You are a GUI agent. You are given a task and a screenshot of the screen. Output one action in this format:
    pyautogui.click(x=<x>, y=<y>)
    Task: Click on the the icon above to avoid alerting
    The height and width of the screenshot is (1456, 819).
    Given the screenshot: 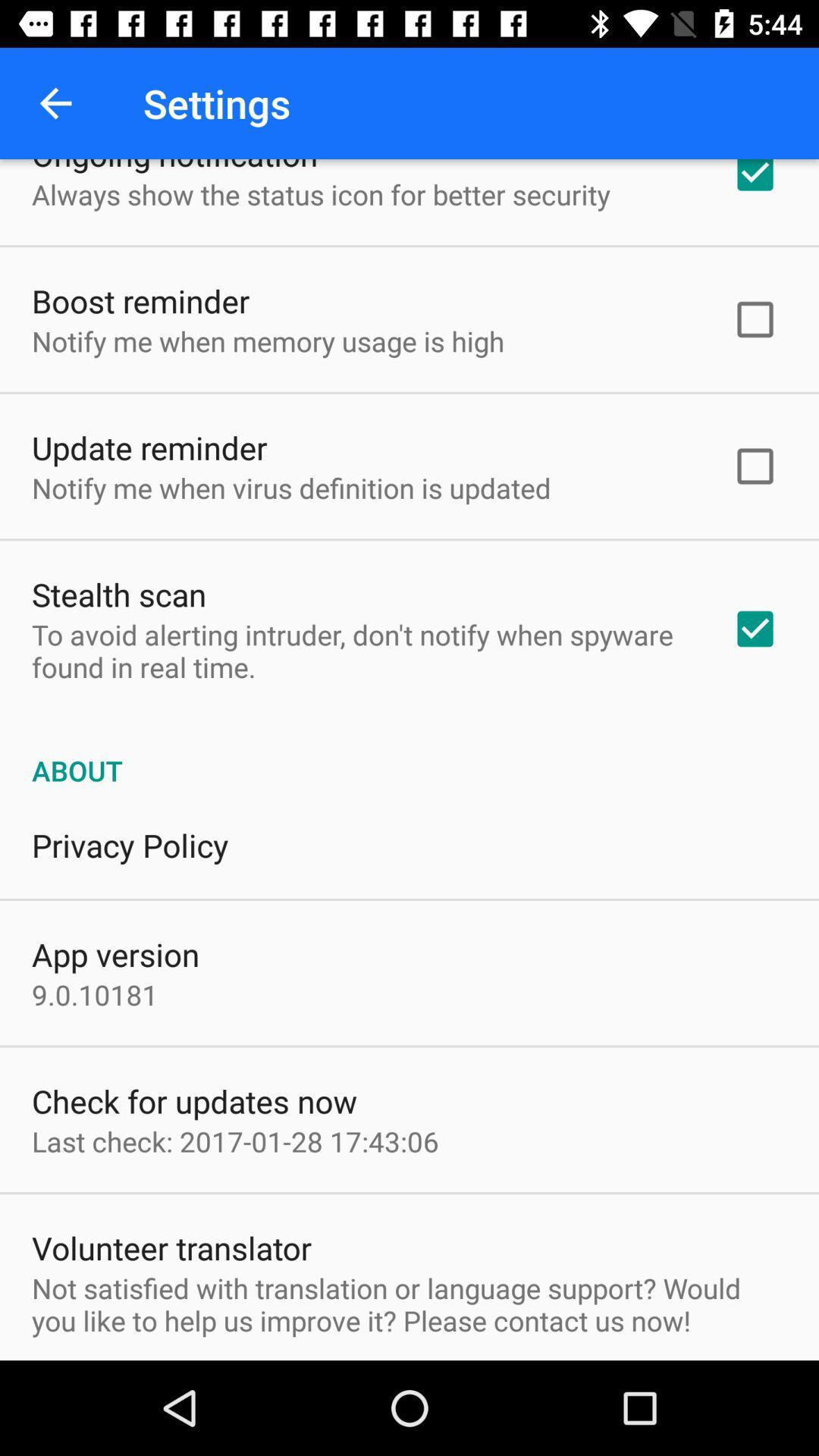 What is the action you would take?
    pyautogui.click(x=118, y=593)
    